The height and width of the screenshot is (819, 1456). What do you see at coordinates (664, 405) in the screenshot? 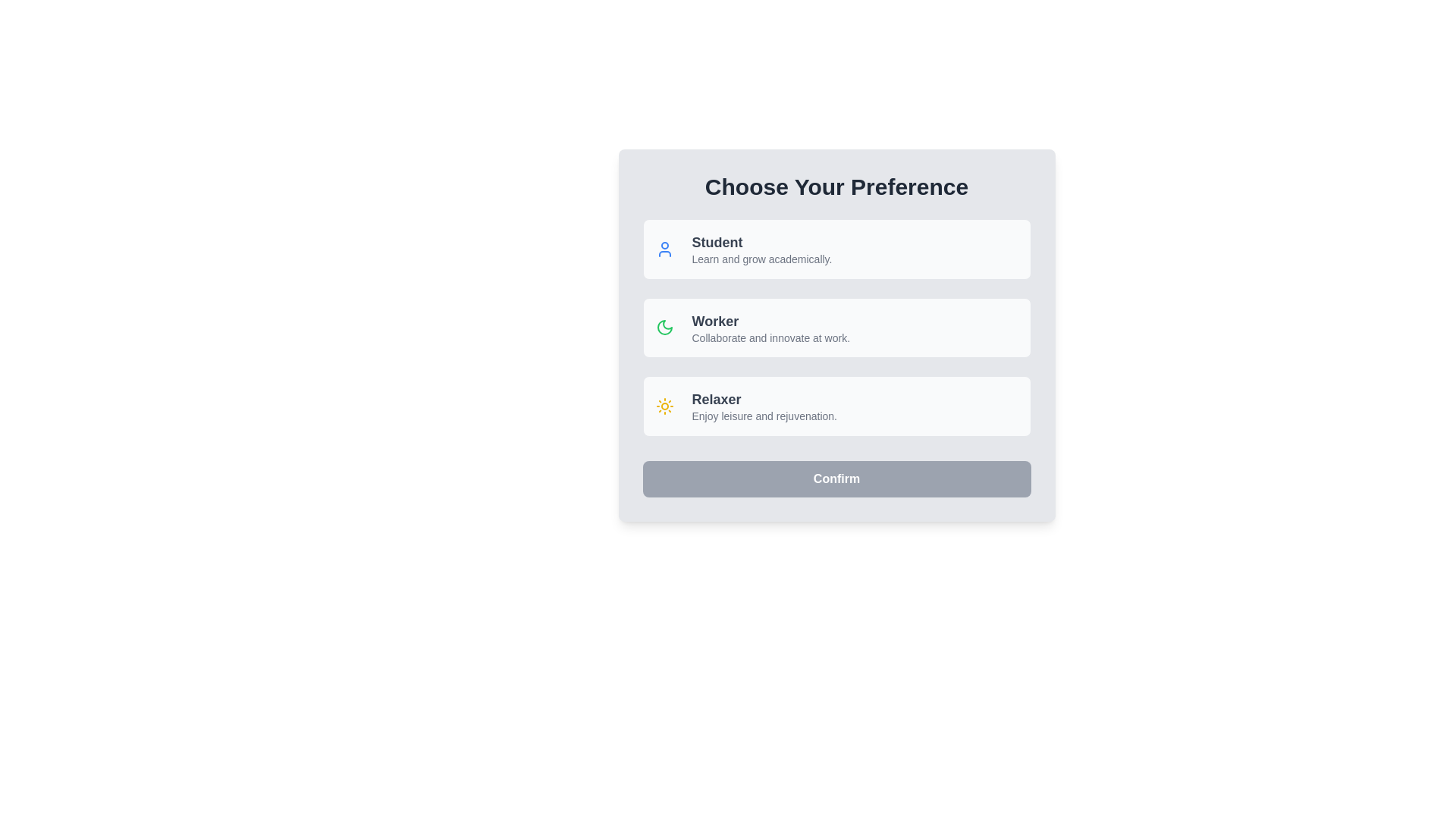
I see `the decorative icon for the 'Relaxer' option, which is positioned to the left of the text 'Relaxer' and enhances the interface with its sun-like design` at bounding box center [664, 405].